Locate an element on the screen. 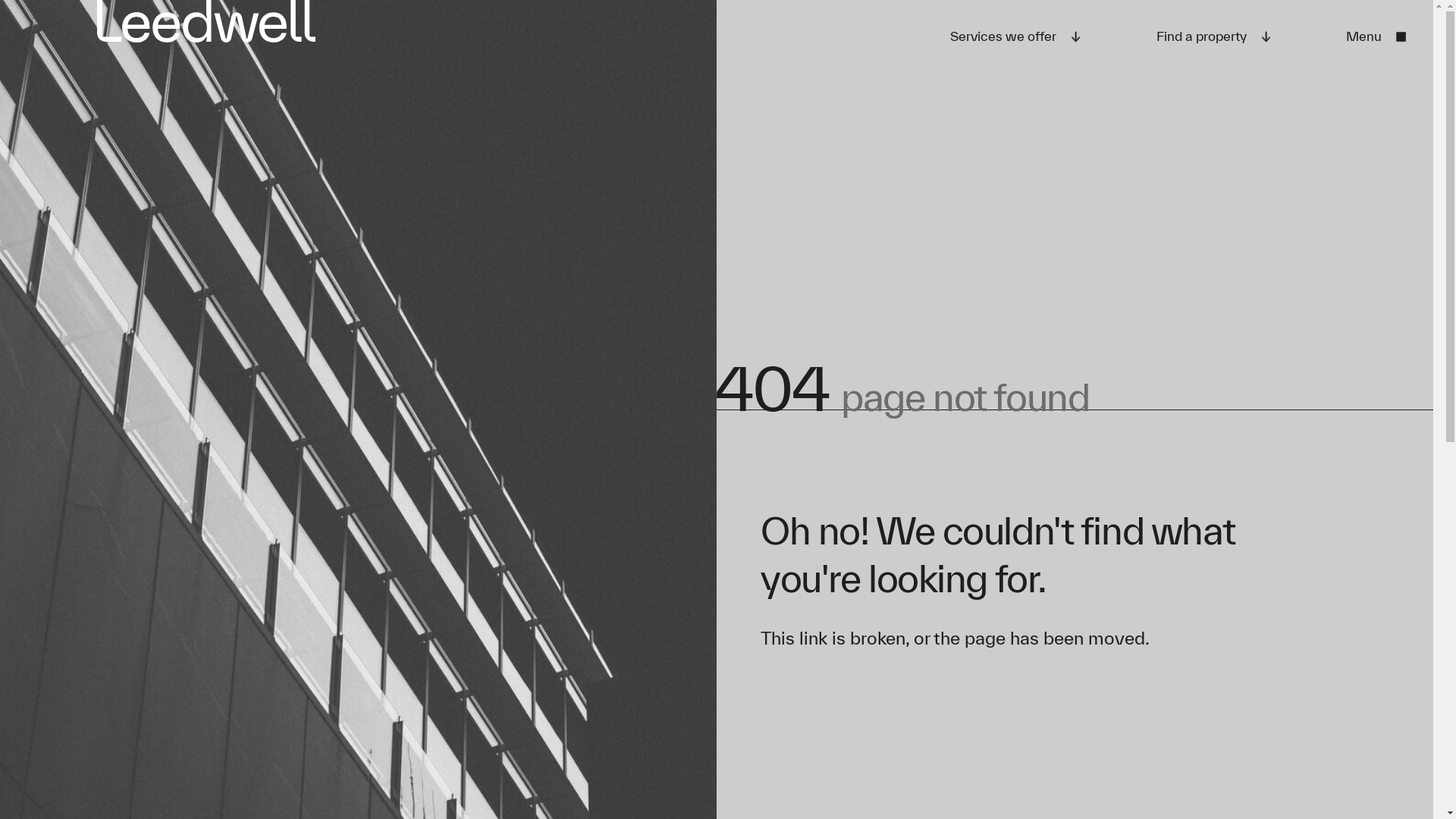 This screenshot has height=819, width=1456. 'Find a property' is located at coordinates (1215, 36).